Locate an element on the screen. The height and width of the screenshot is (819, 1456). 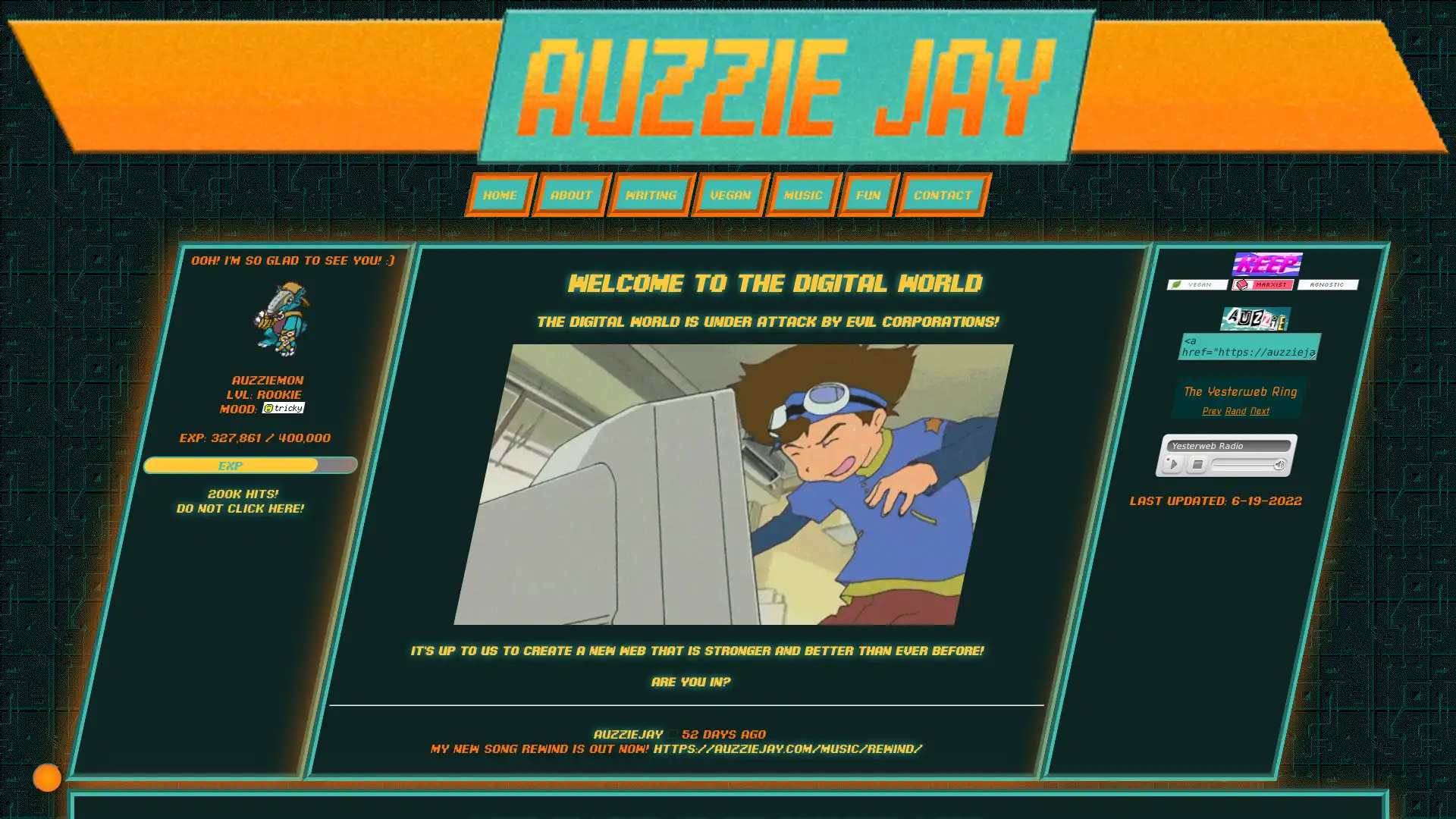
ABOUT is located at coordinates (570, 193).